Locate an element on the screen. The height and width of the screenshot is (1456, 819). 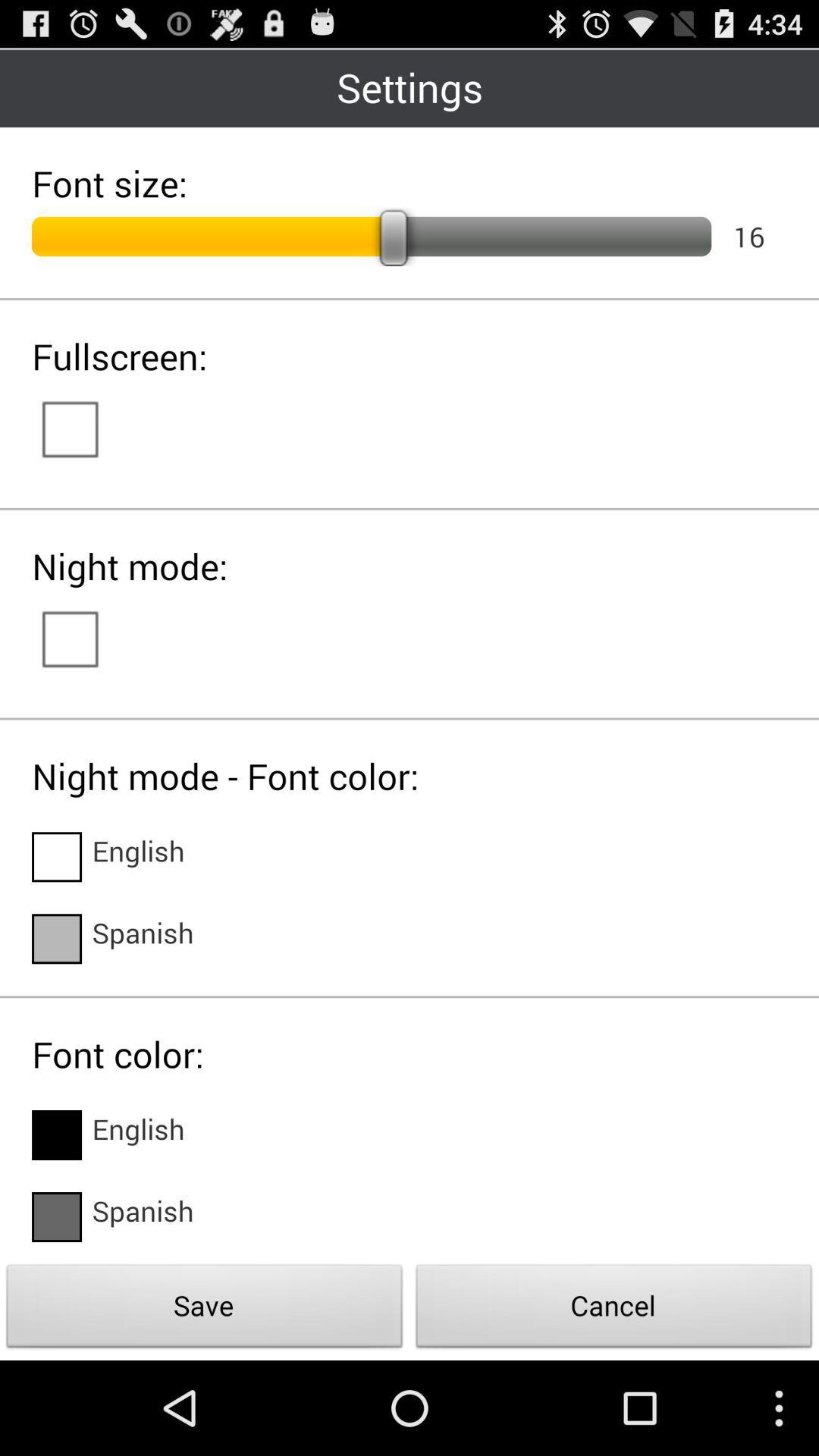
the item next to the cancel is located at coordinates (205, 1310).